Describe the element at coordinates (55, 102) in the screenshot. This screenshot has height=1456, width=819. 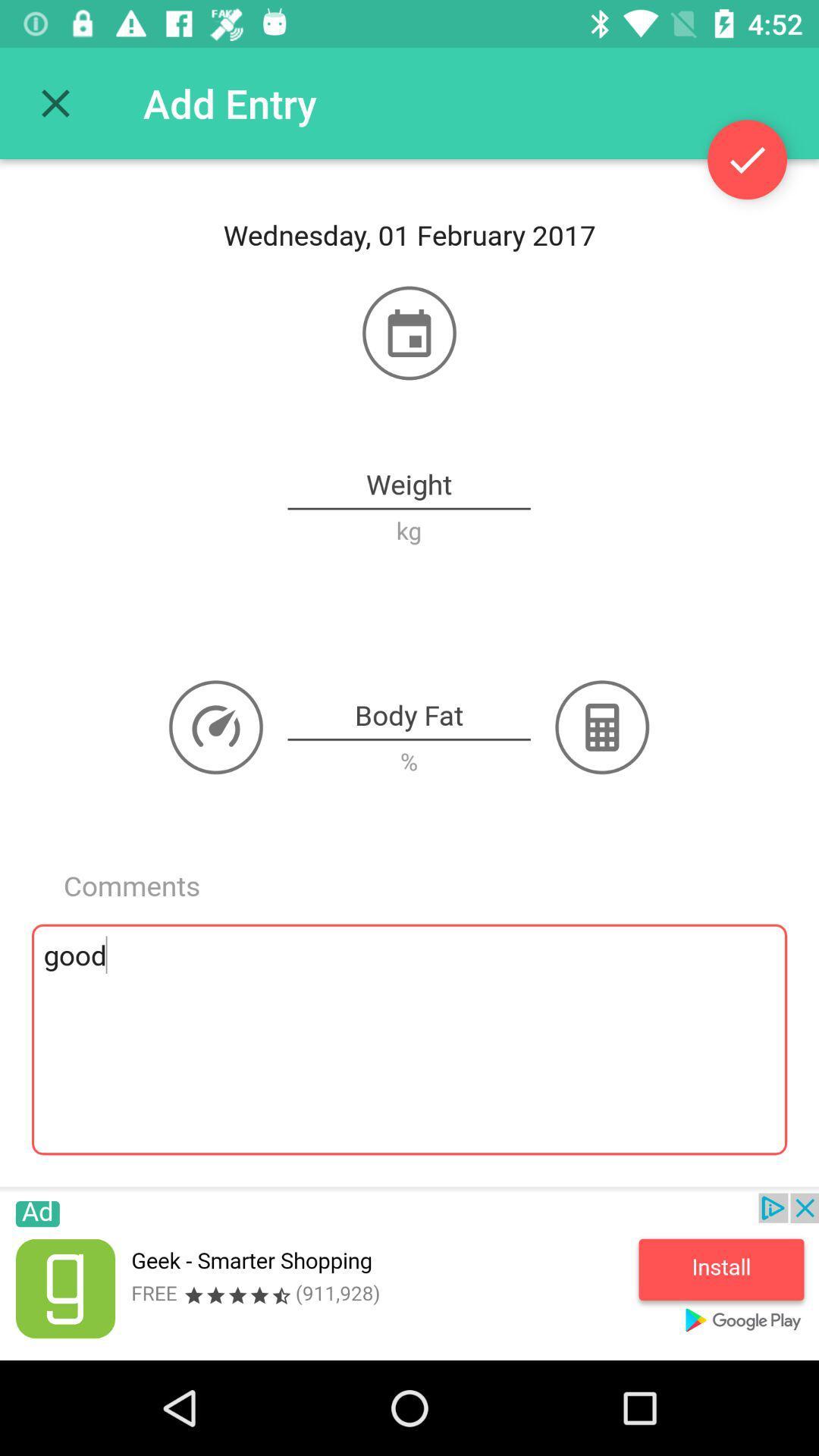
I see `close patturn` at that location.